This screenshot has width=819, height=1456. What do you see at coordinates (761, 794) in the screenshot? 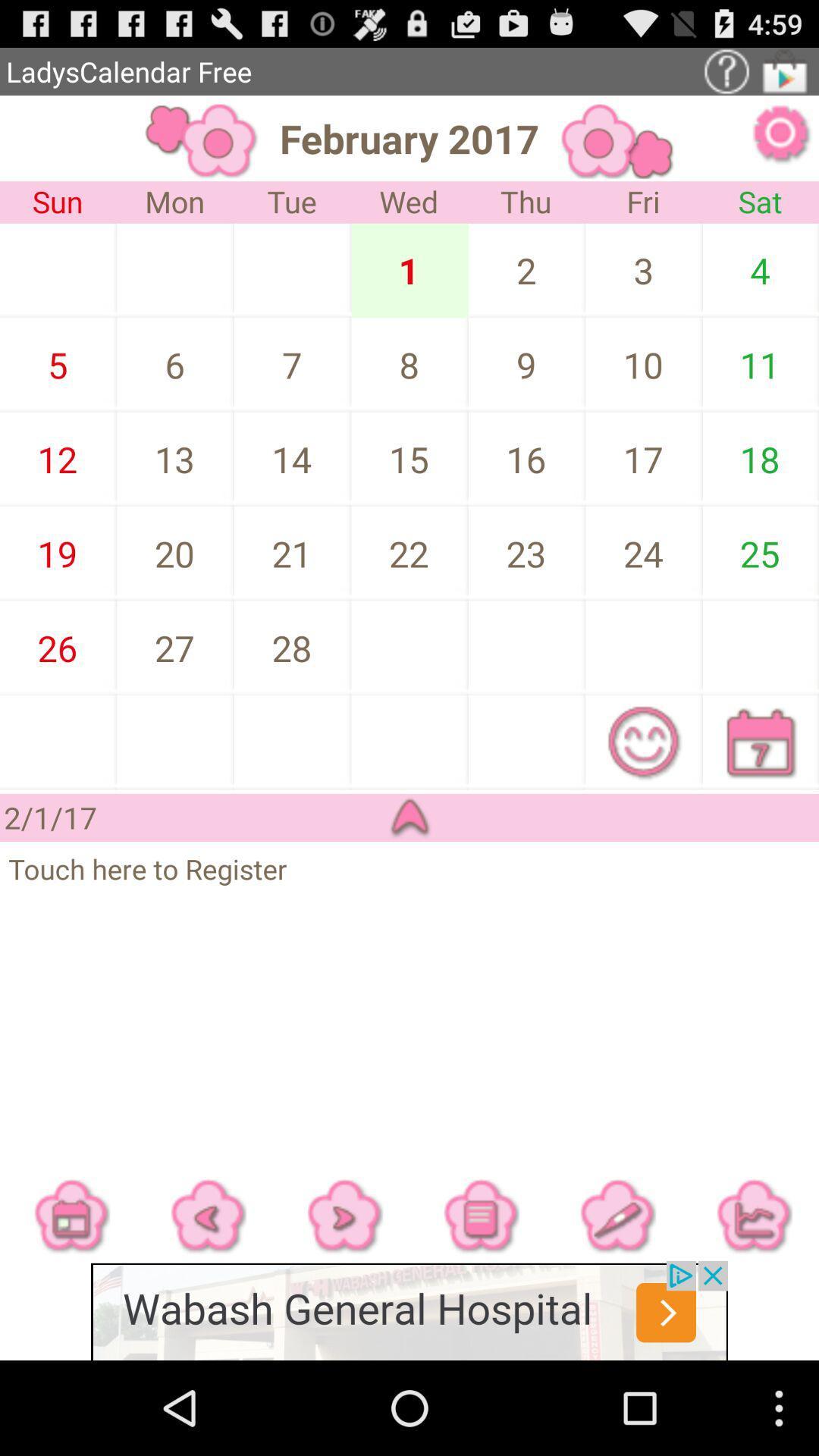
I see `the date_range icon` at bounding box center [761, 794].